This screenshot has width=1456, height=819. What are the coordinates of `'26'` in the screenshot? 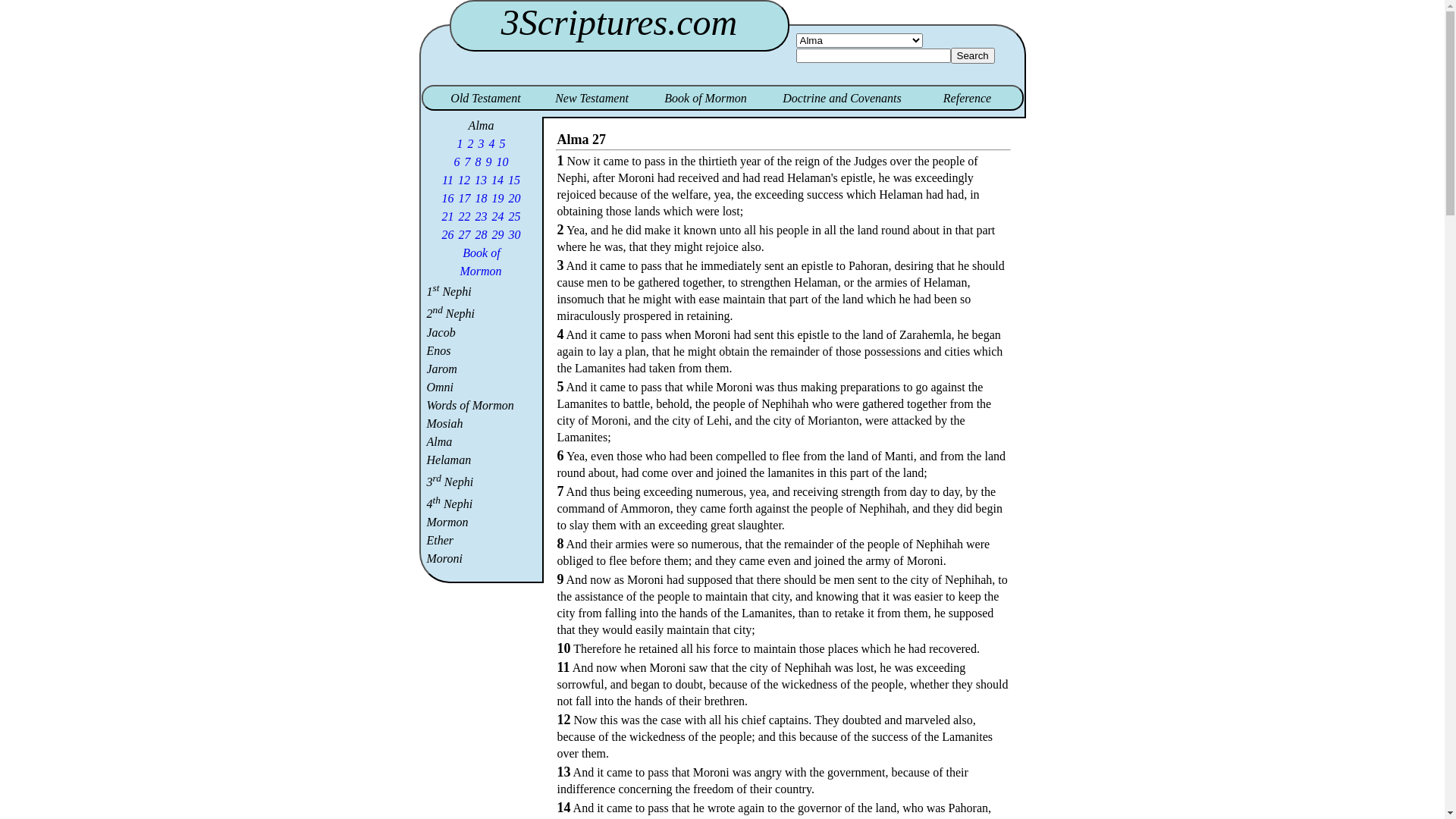 It's located at (447, 234).